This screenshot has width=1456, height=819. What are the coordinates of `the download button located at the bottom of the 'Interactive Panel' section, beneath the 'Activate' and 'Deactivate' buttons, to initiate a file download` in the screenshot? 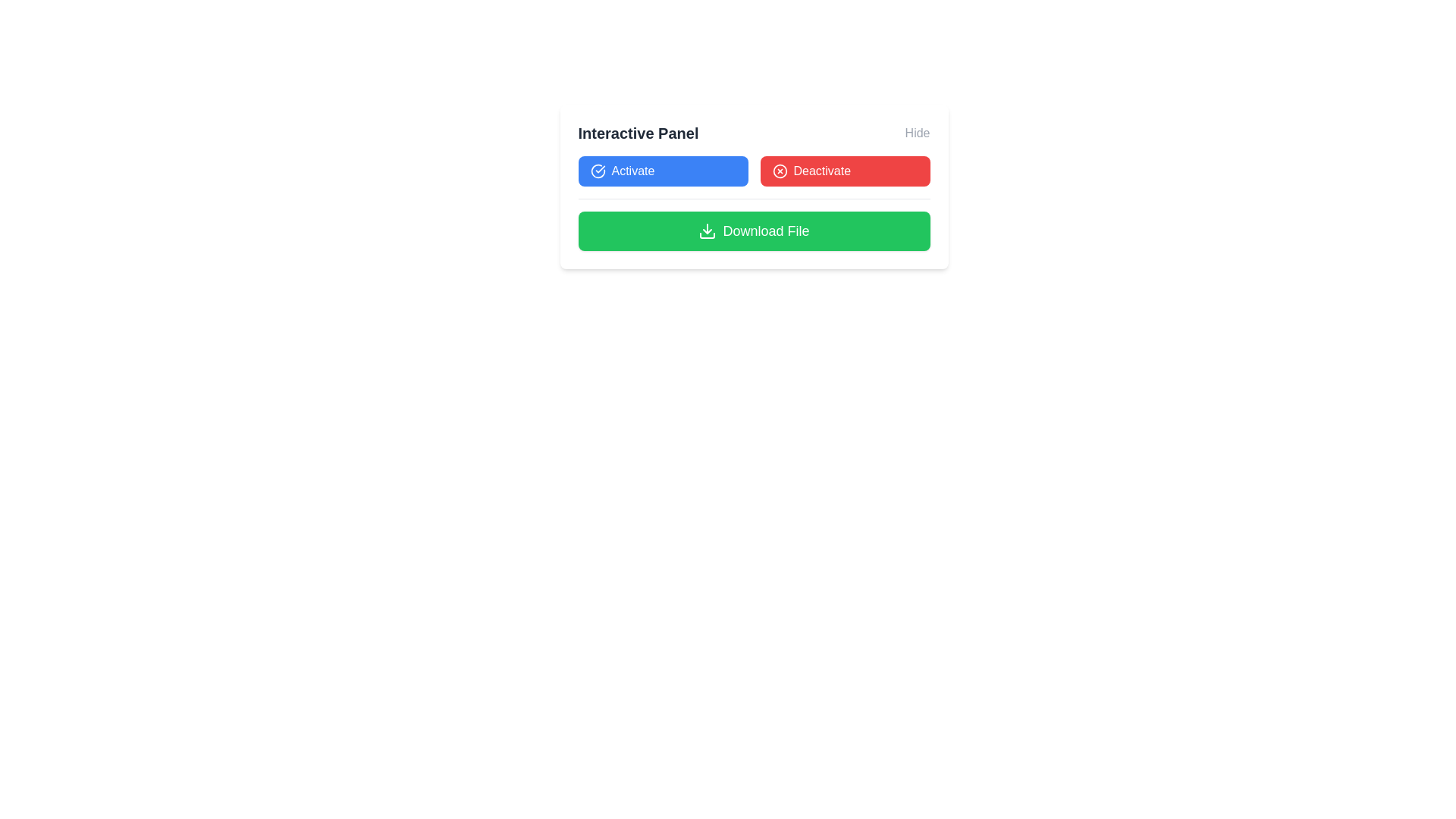 It's located at (754, 224).